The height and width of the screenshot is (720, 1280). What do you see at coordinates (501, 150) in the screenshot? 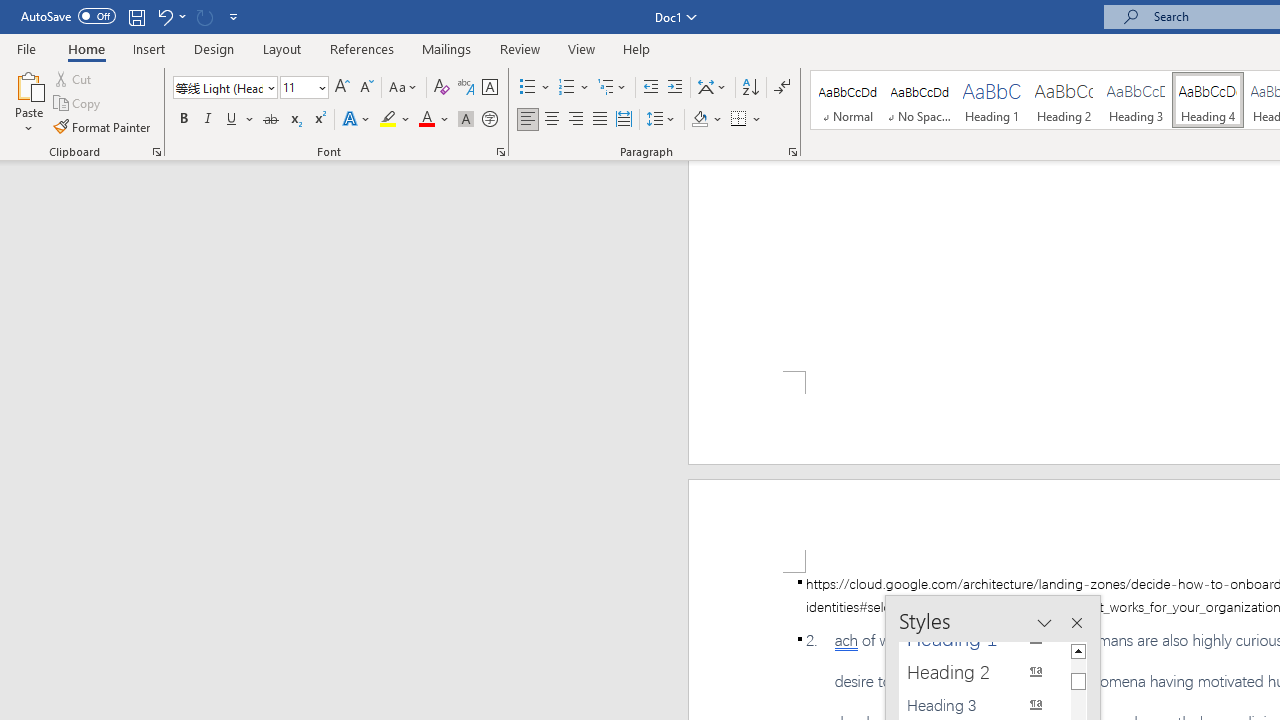
I see `'Font...'` at bounding box center [501, 150].